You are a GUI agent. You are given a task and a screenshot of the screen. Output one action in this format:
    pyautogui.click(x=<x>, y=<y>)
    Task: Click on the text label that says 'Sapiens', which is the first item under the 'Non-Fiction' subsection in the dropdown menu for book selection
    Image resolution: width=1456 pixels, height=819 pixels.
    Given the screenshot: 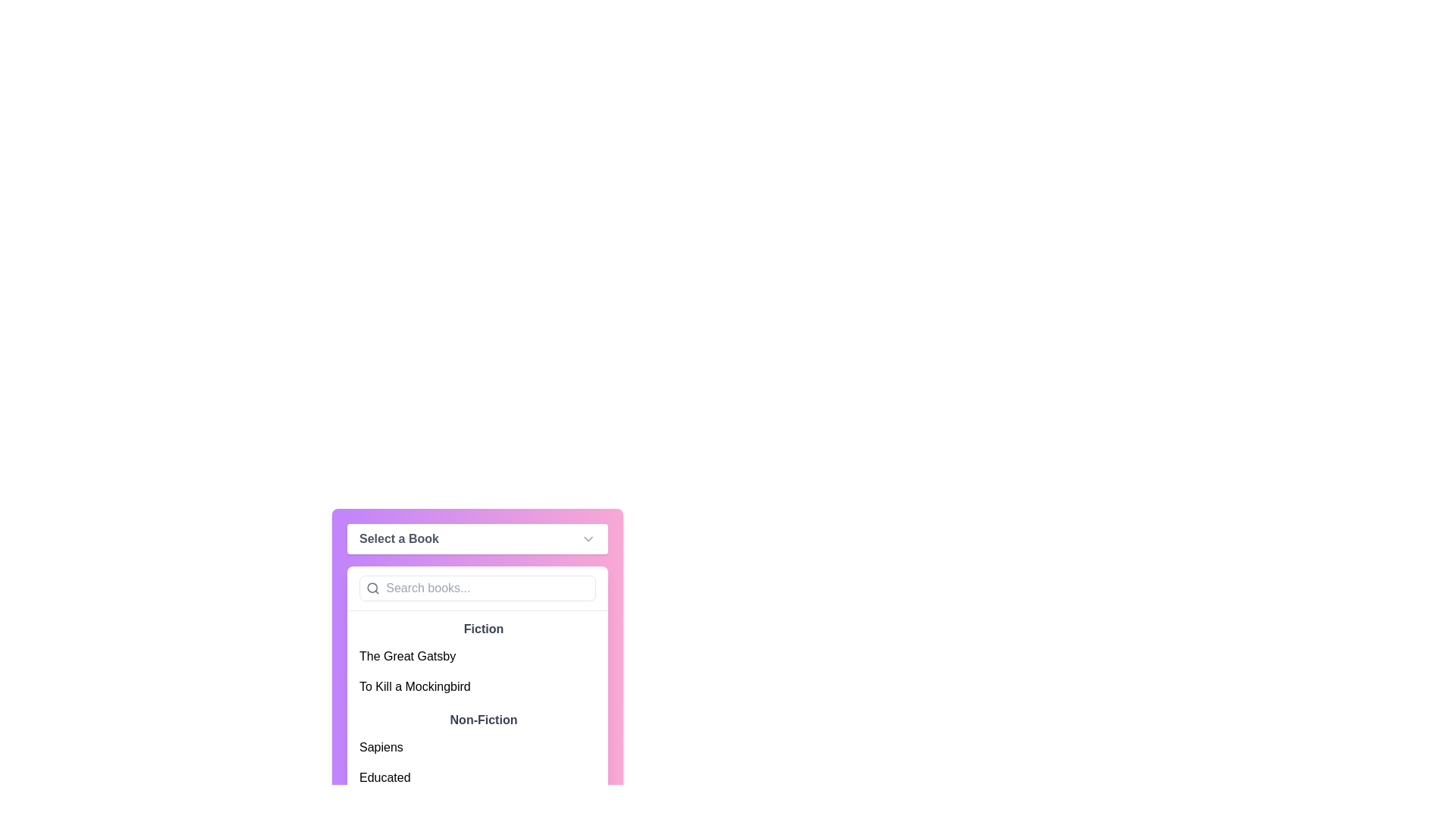 What is the action you would take?
    pyautogui.click(x=381, y=747)
    